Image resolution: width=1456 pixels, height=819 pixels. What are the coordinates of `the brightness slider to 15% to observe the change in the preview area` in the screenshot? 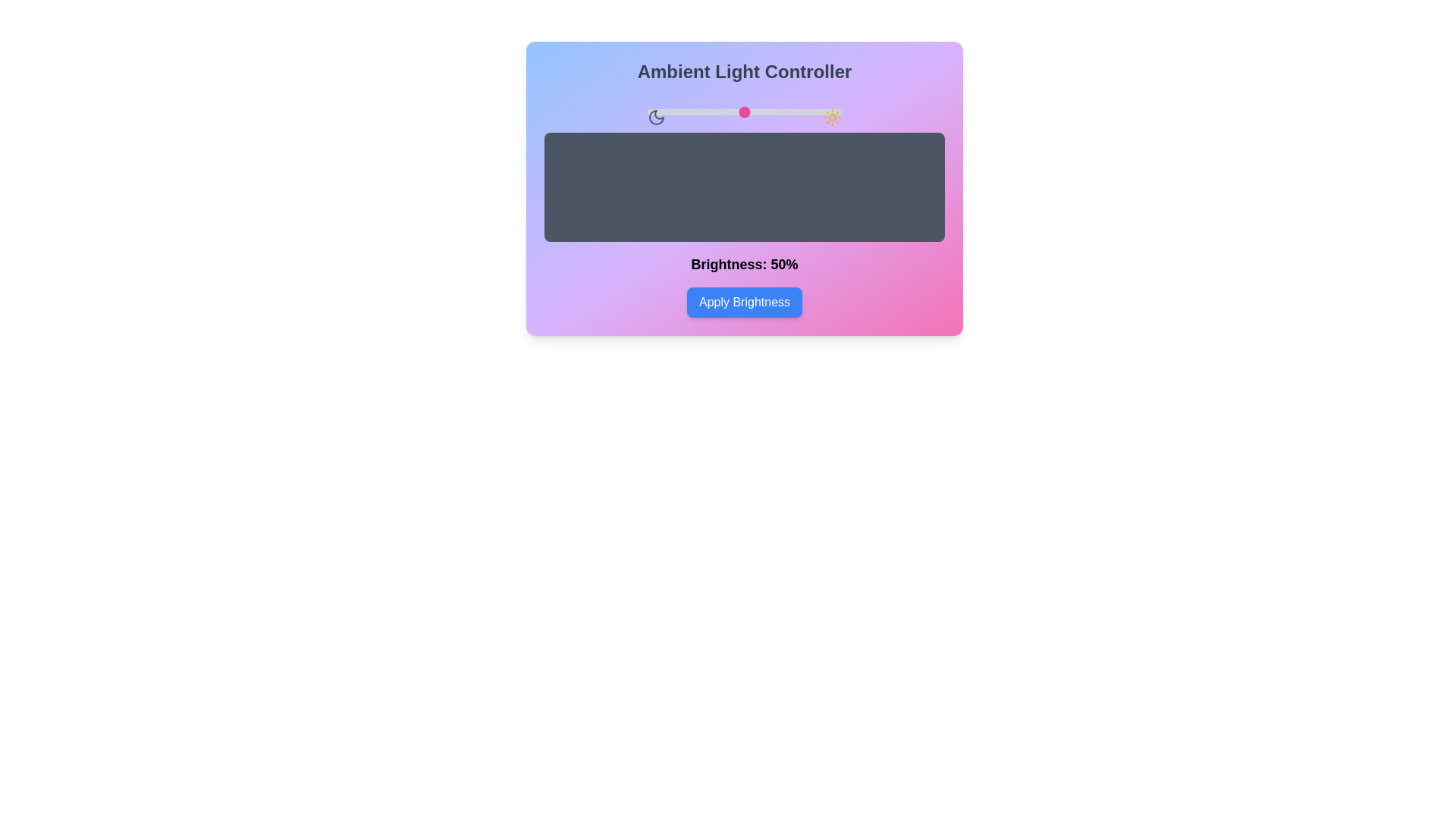 It's located at (676, 111).